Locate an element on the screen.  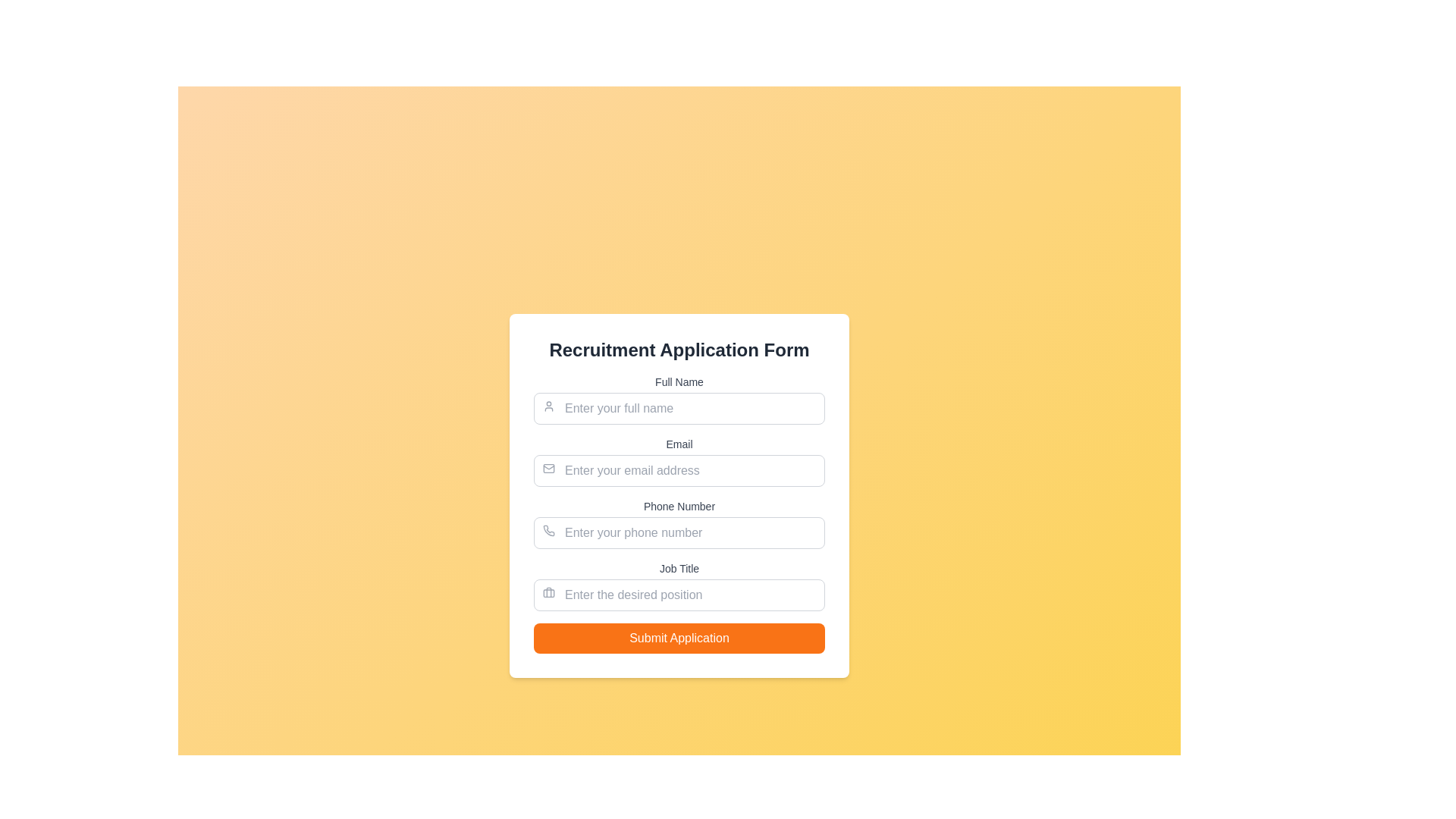
the third input field for phone number entry, located between the 'Email' input and 'Job Title' input, to focus on it is located at coordinates (679, 496).